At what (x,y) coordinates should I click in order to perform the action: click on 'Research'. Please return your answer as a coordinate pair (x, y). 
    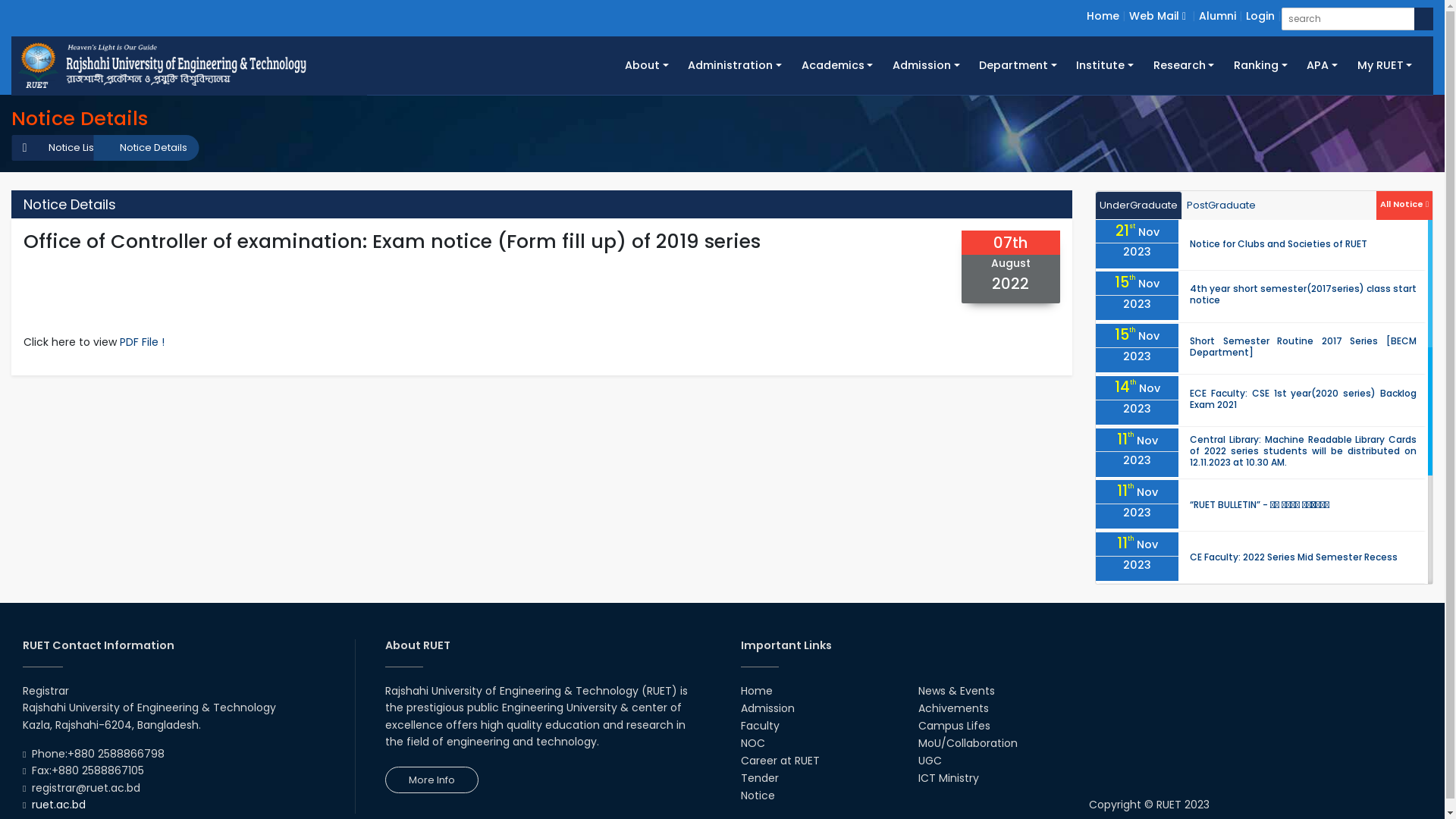
    Looking at the image, I should click on (1143, 64).